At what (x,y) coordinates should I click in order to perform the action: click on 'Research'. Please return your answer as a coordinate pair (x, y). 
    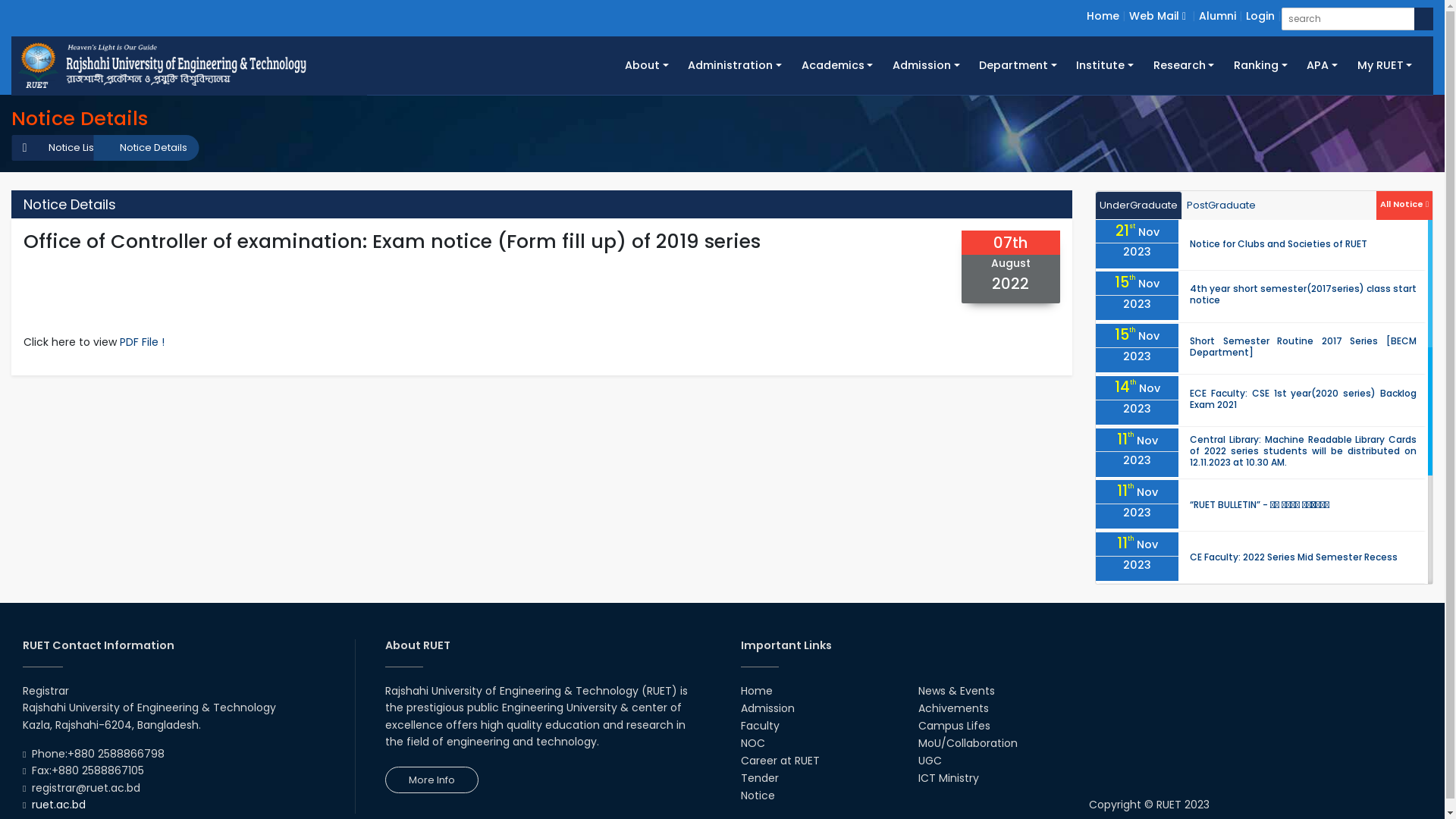
    Looking at the image, I should click on (1143, 64).